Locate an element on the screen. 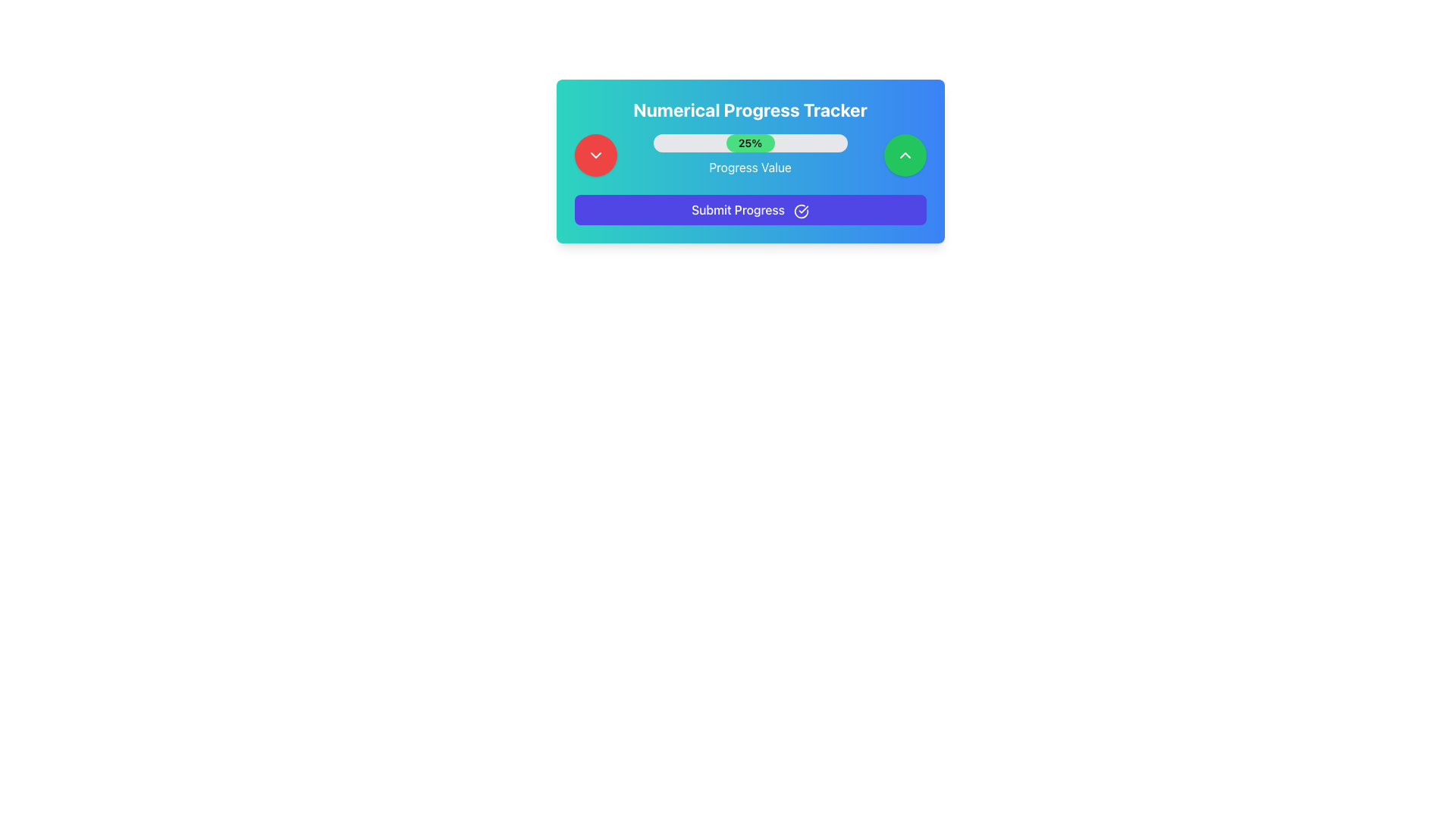 The width and height of the screenshot is (1456, 819). the green section of the progress bar that visually represents 25% completion within the 'Numerical Progress Tracker' interface is located at coordinates (750, 143).